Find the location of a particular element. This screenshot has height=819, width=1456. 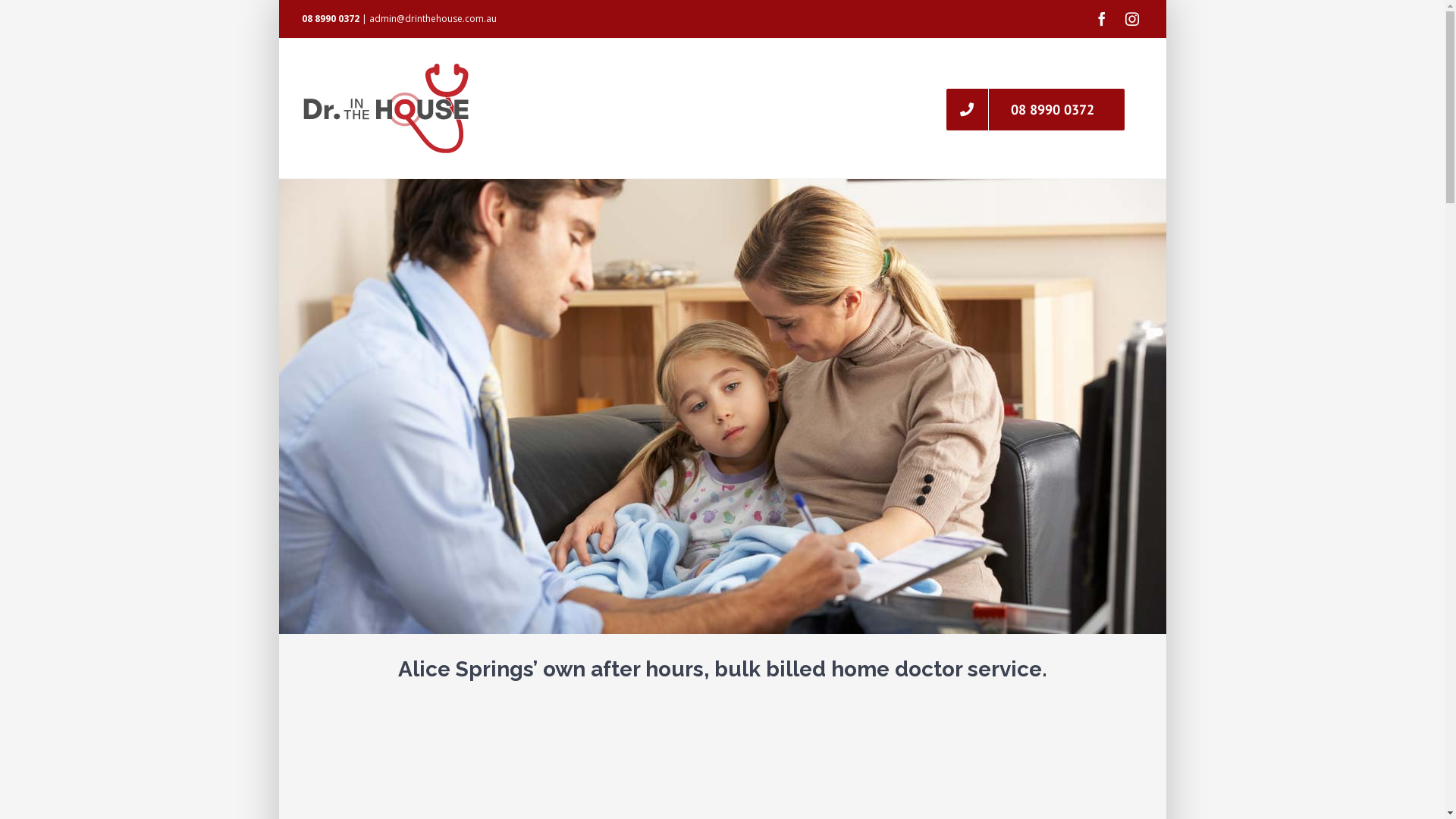

'Instagram' is located at coordinates (1131, 18).